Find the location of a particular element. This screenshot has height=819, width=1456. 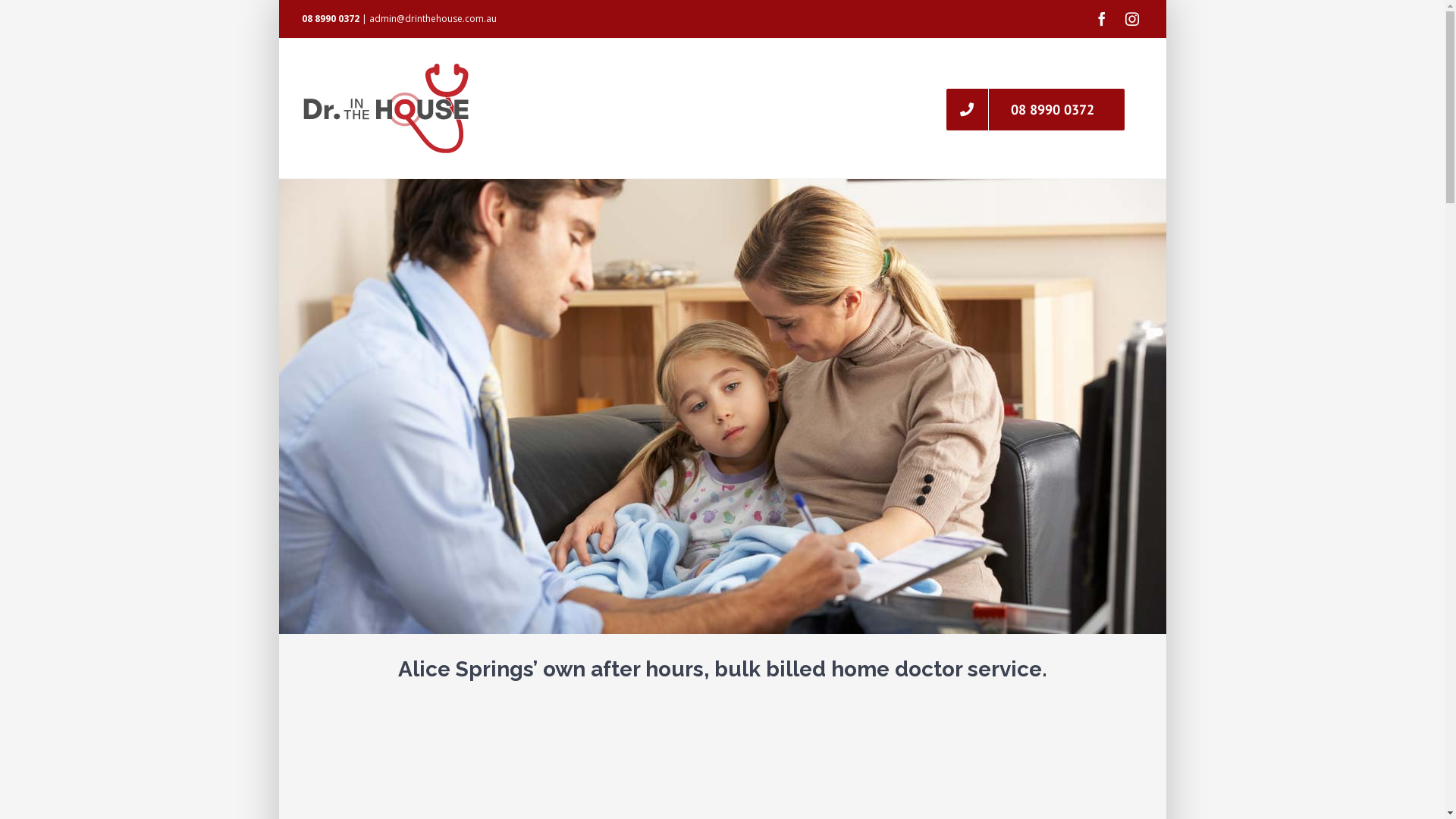

'Instagram' is located at coordinates (1131, 18).